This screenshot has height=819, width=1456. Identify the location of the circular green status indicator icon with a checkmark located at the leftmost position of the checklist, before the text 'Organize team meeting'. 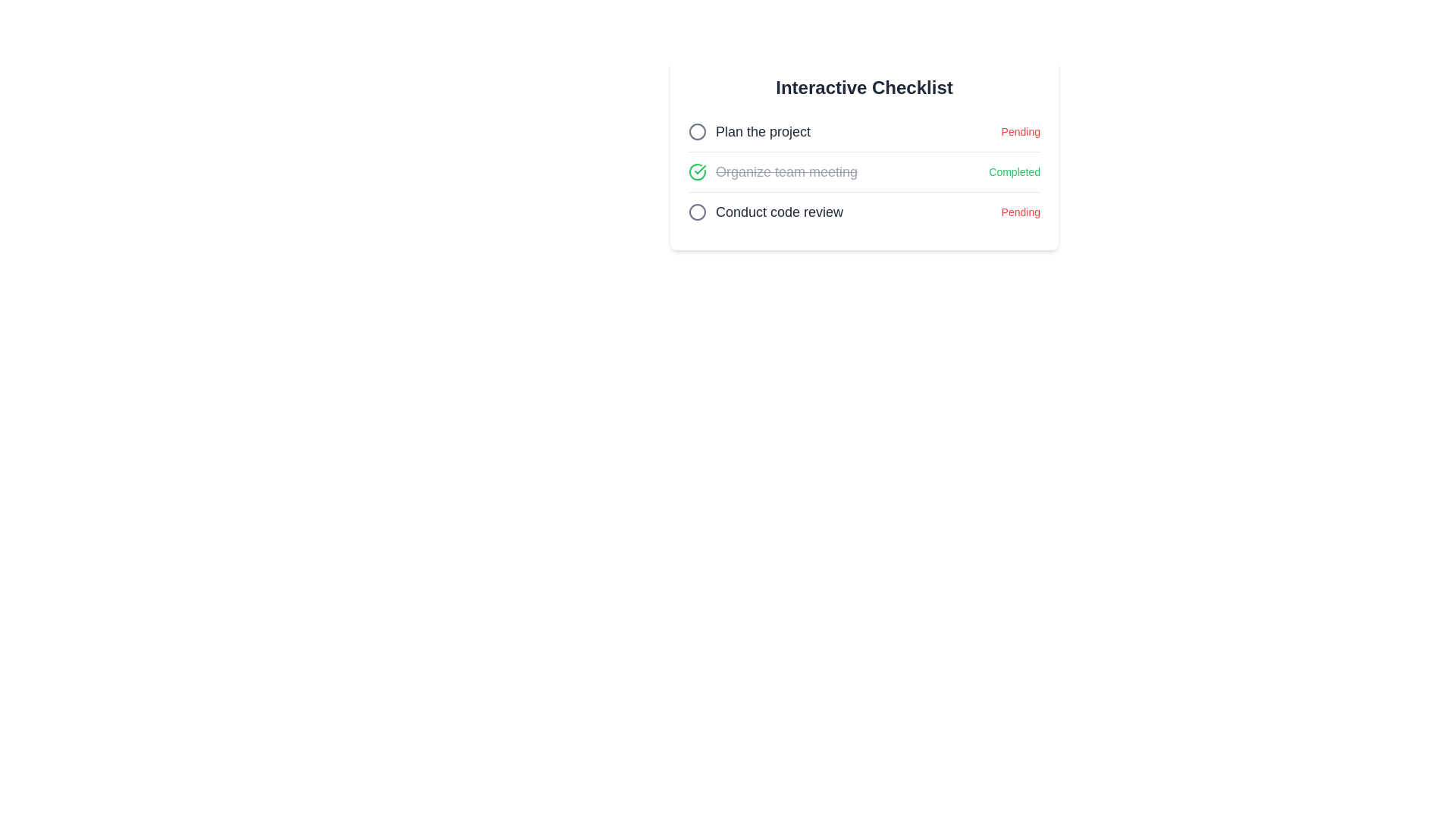
(697, 171).